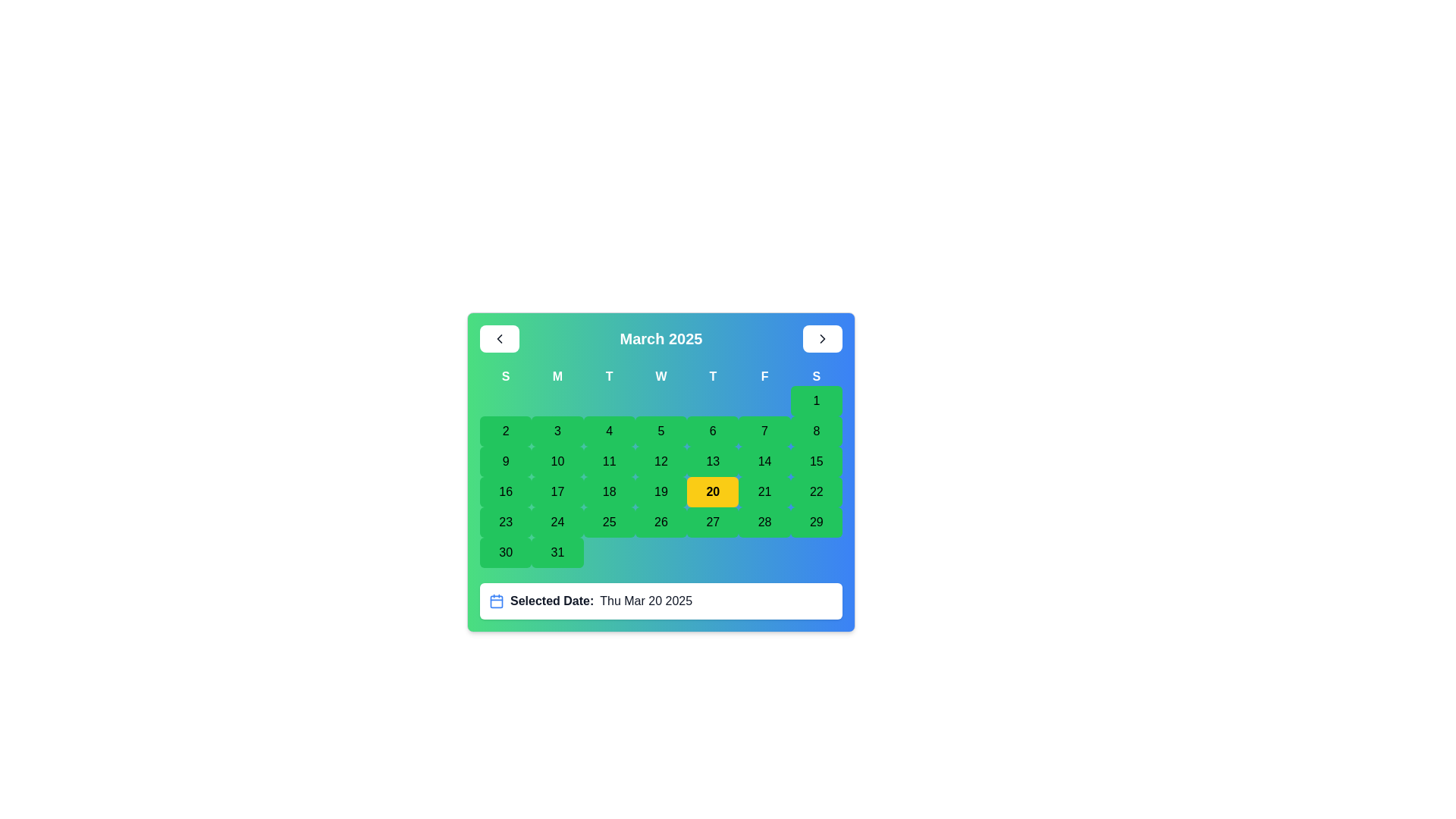 This screenshot has height=819, width=1456. What do you see at coordinates (815, 522) in the screenshot?
I see `the button representing the 29th day of March 2025 in the calendar view` at bounding box center [815, 522].